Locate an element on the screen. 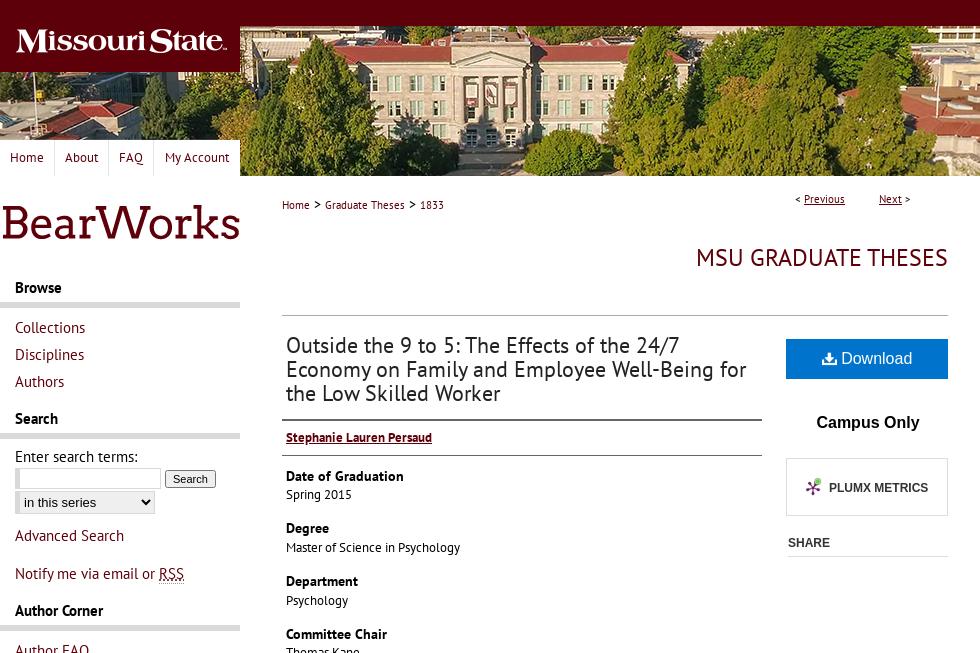  'MSU Graduate Theses' is located at coordinates (822, 257).